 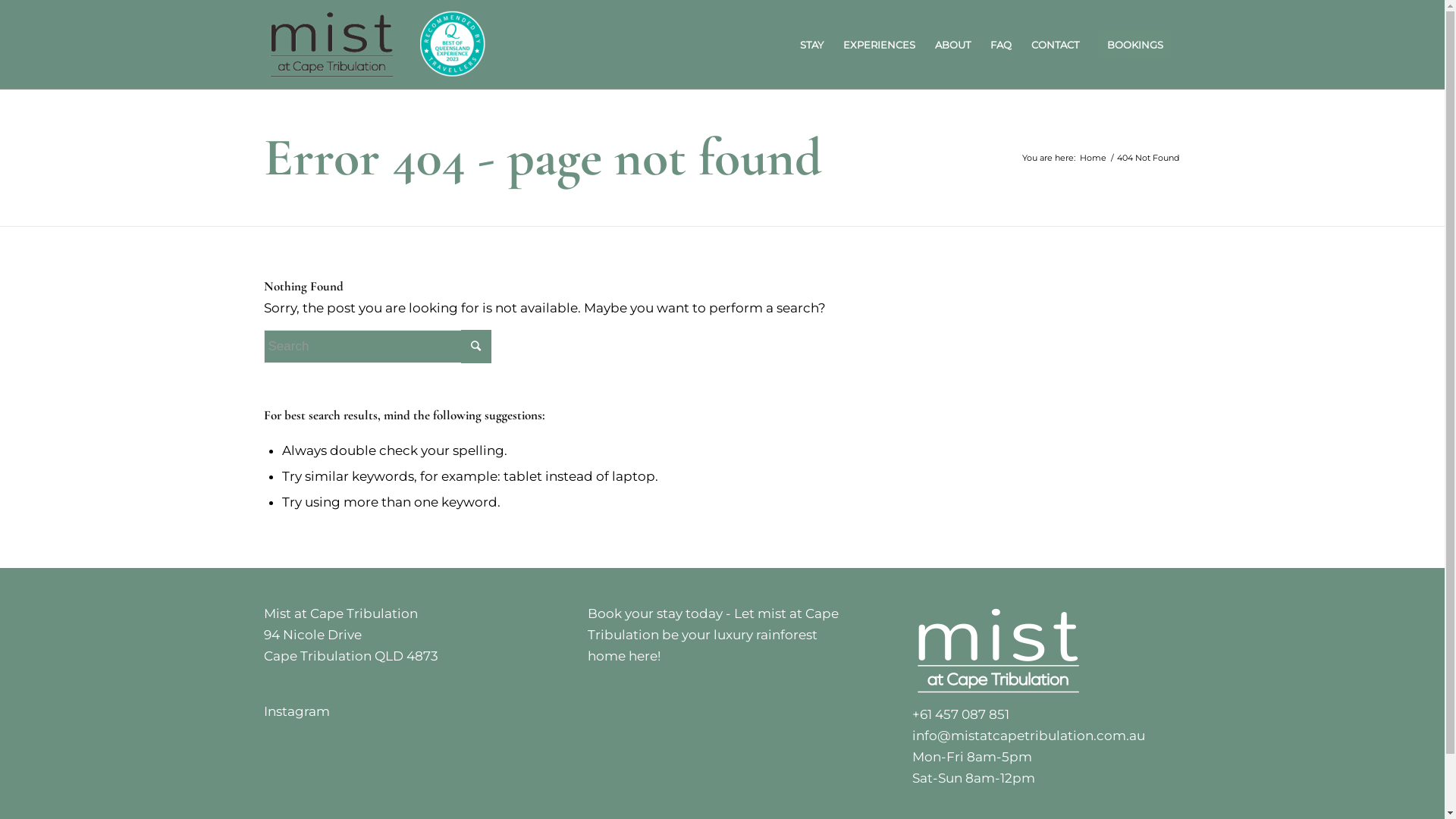 I want to click on 'FAQ', so click(x=1000, y=43).